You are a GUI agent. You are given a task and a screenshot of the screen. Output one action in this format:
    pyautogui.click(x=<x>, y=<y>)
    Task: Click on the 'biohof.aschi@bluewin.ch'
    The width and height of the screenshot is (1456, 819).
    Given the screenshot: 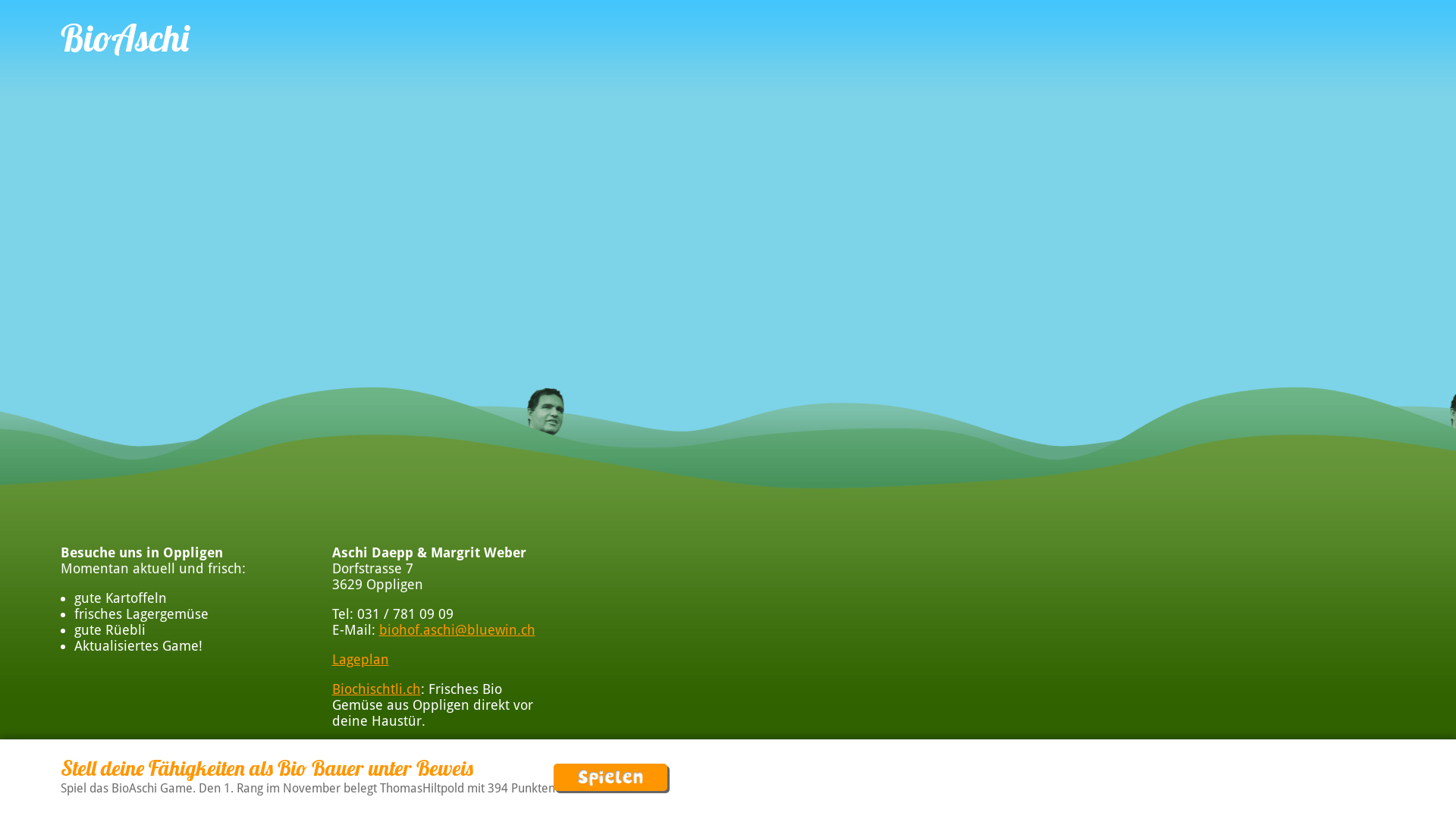 What is the action you would take?
    pyautogui.click(x=378, y=629)
    